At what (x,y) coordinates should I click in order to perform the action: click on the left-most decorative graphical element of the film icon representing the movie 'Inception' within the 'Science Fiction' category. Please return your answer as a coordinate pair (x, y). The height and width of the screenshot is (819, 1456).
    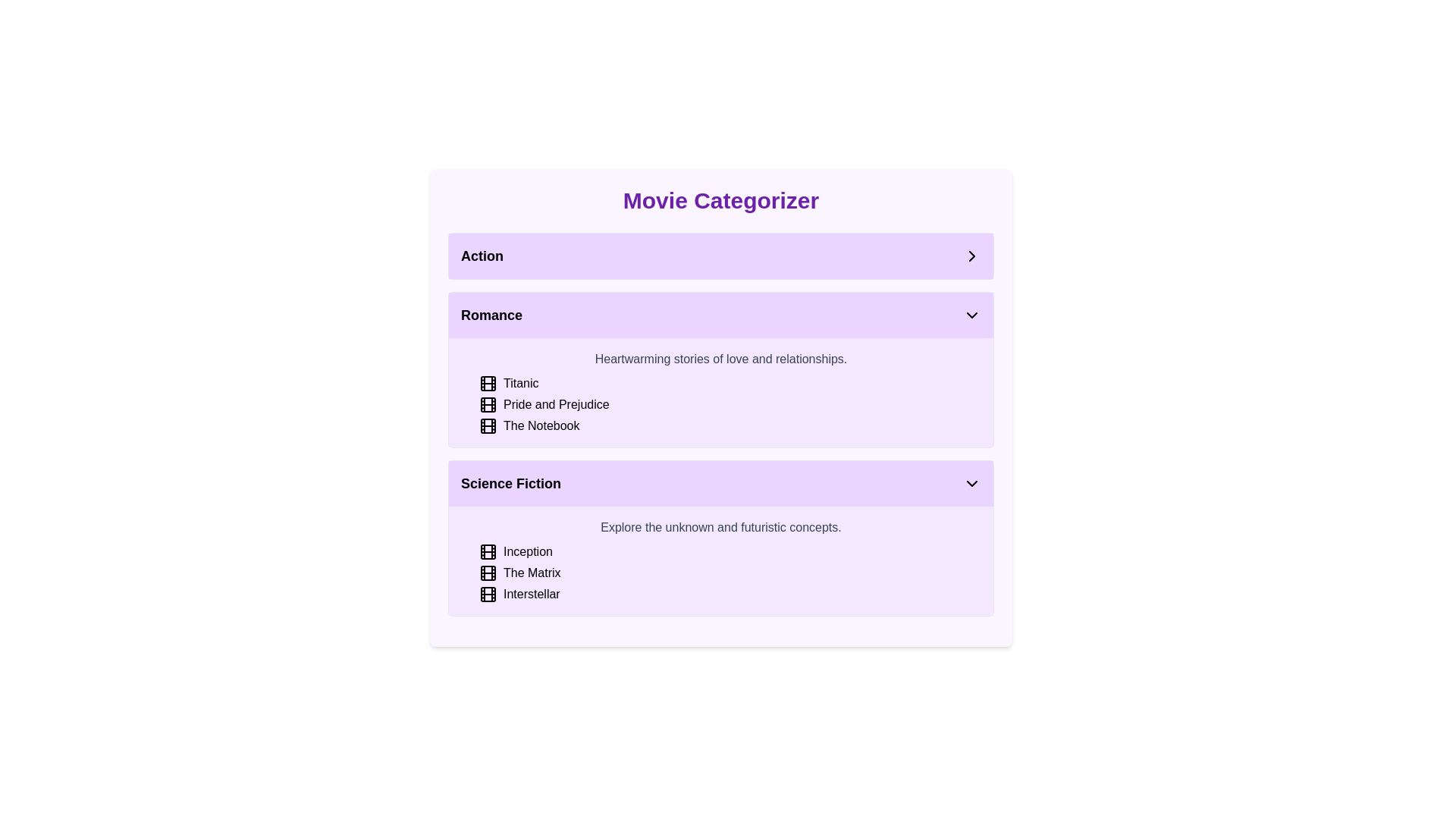
    Looking at the image, I should click on (488, 552).